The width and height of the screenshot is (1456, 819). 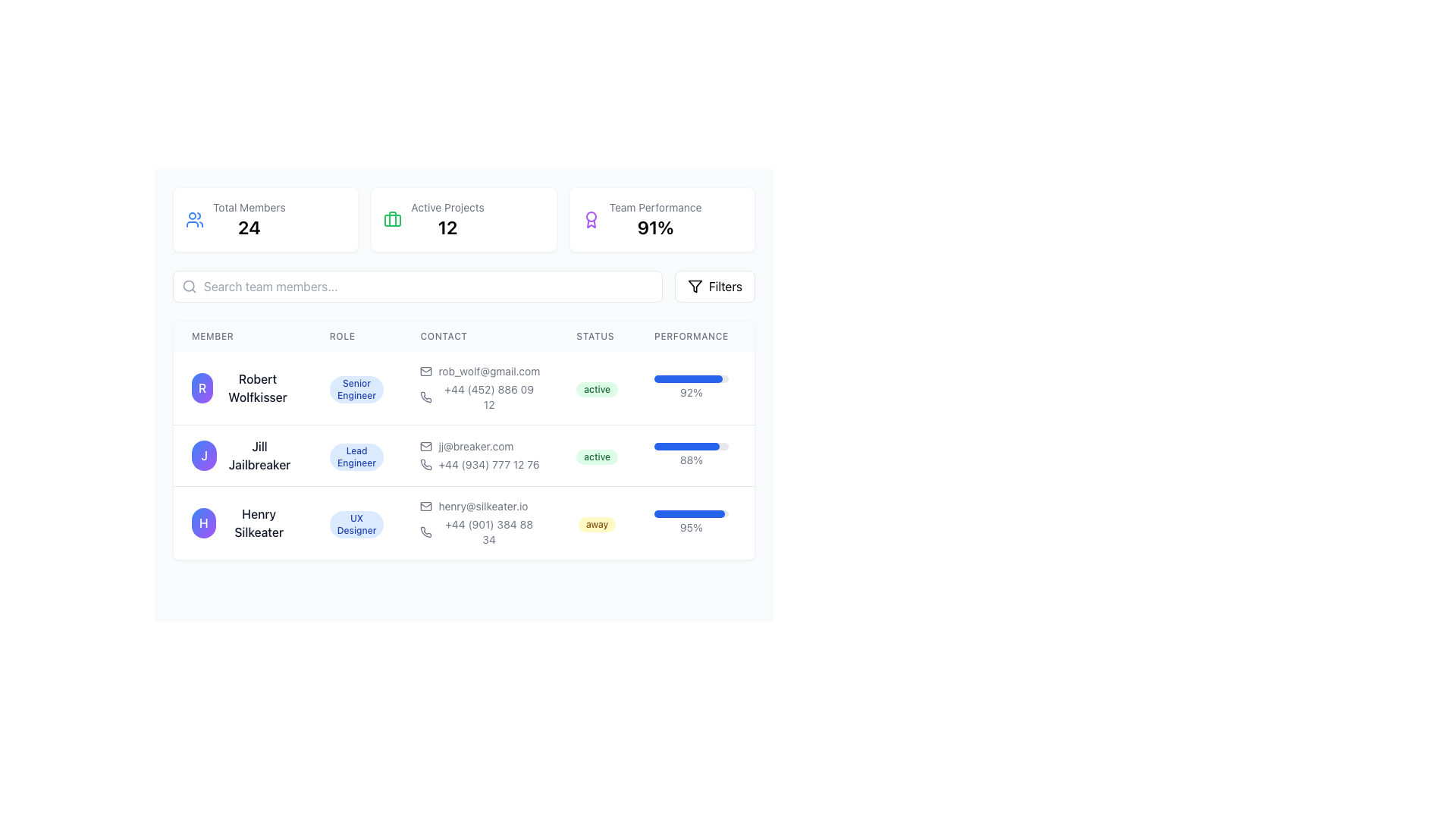 I want to click on the label displaying the name 'Henry Silkeater' in bold typography, which is located in the third row of the member list, directly beneath 'Jill Jailbreaker', so click(x=241, y=522).